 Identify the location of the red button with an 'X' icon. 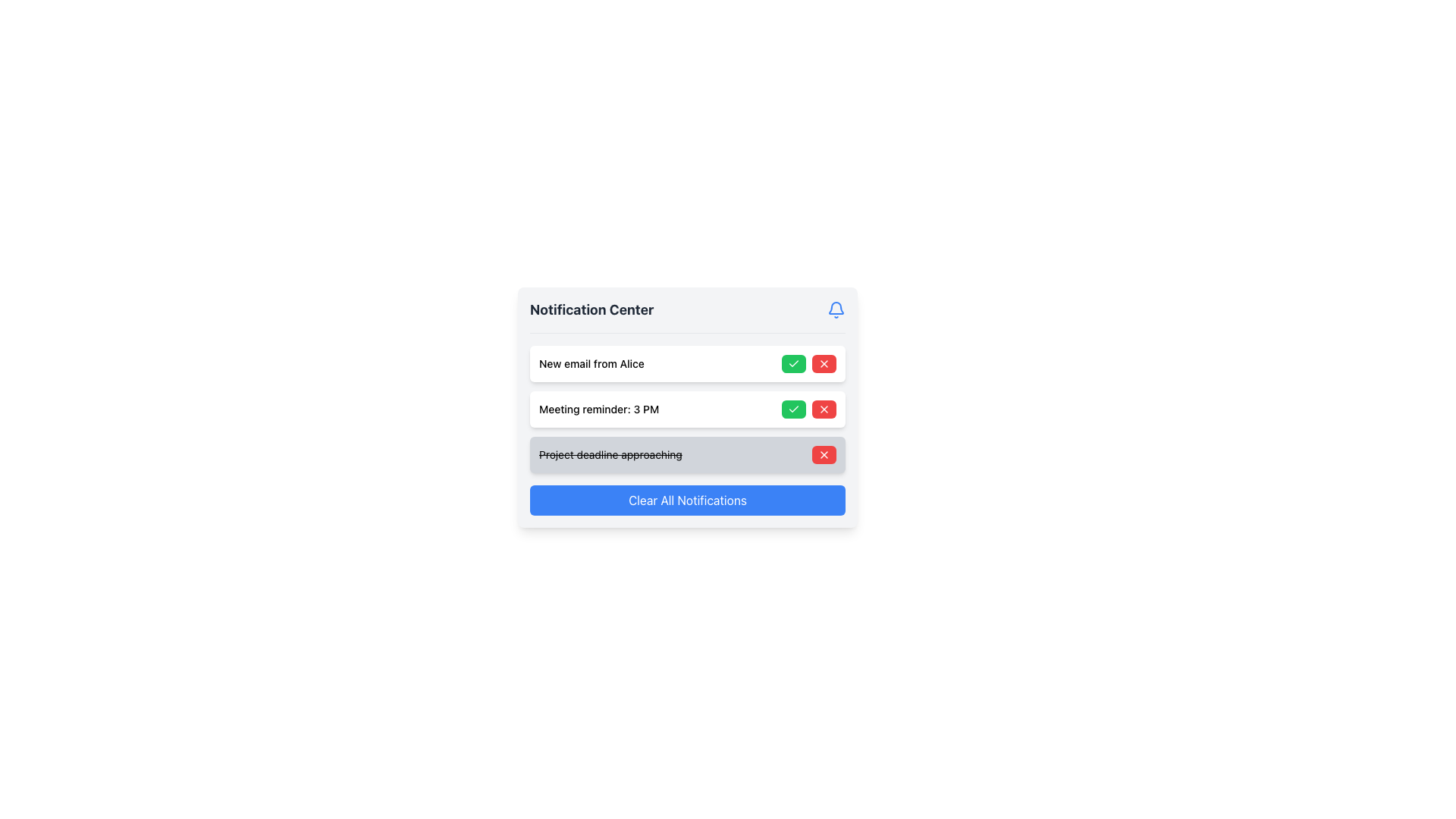
(808, 363).